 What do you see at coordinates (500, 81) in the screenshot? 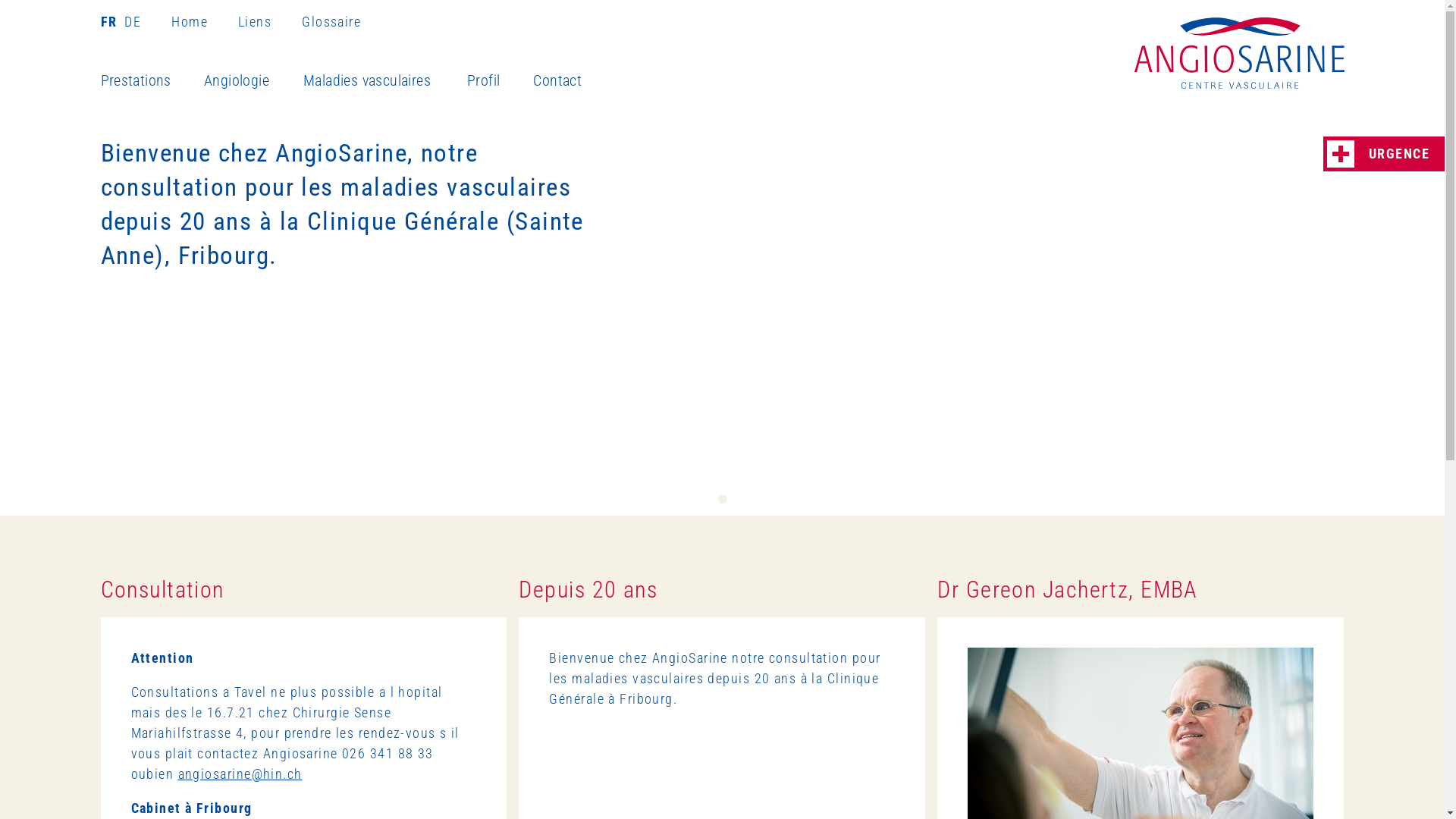
I see `'Profil'` at bounding box center [500, 81].